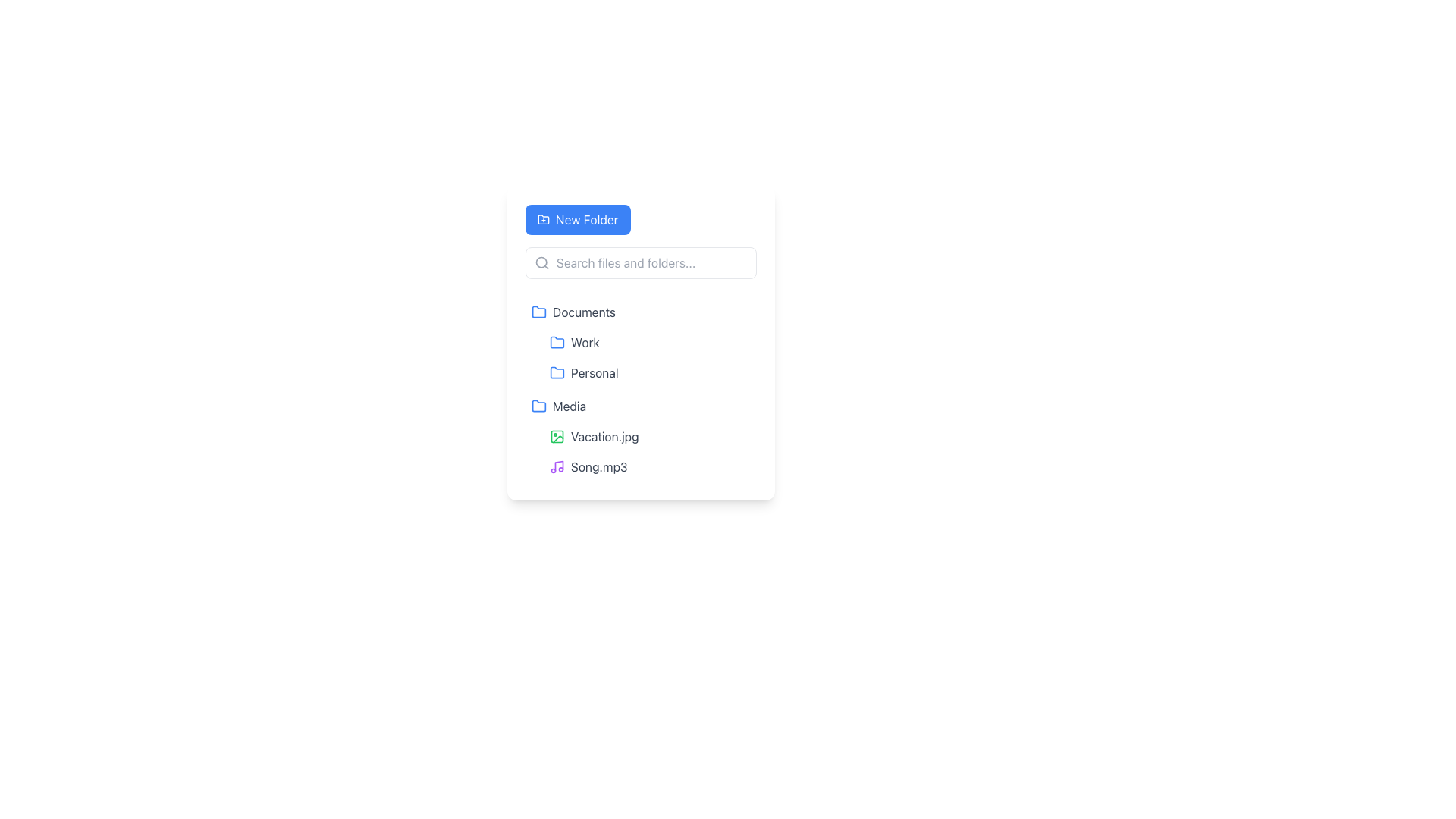 This screenshot has width=1456, height=819. What do you see at coordinates (583, 312) in the screenshot?
I see `the 'Documents' text label, which is associated with a folder icon and is the second item in the directory listing` at bounding box center [583, 312].